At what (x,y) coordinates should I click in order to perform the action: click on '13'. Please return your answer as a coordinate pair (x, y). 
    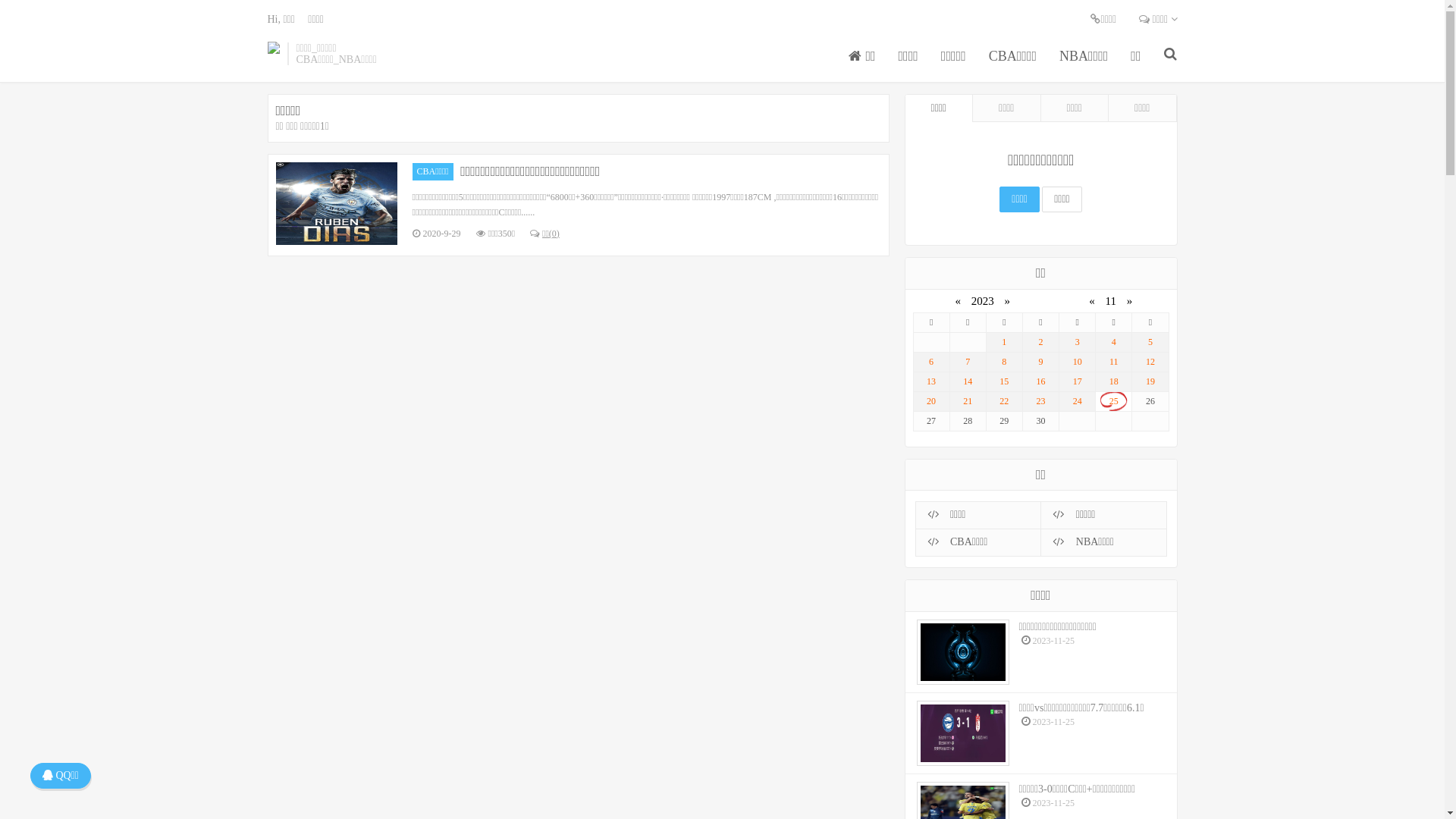
    Looking at the image, I should click on (915, 381).